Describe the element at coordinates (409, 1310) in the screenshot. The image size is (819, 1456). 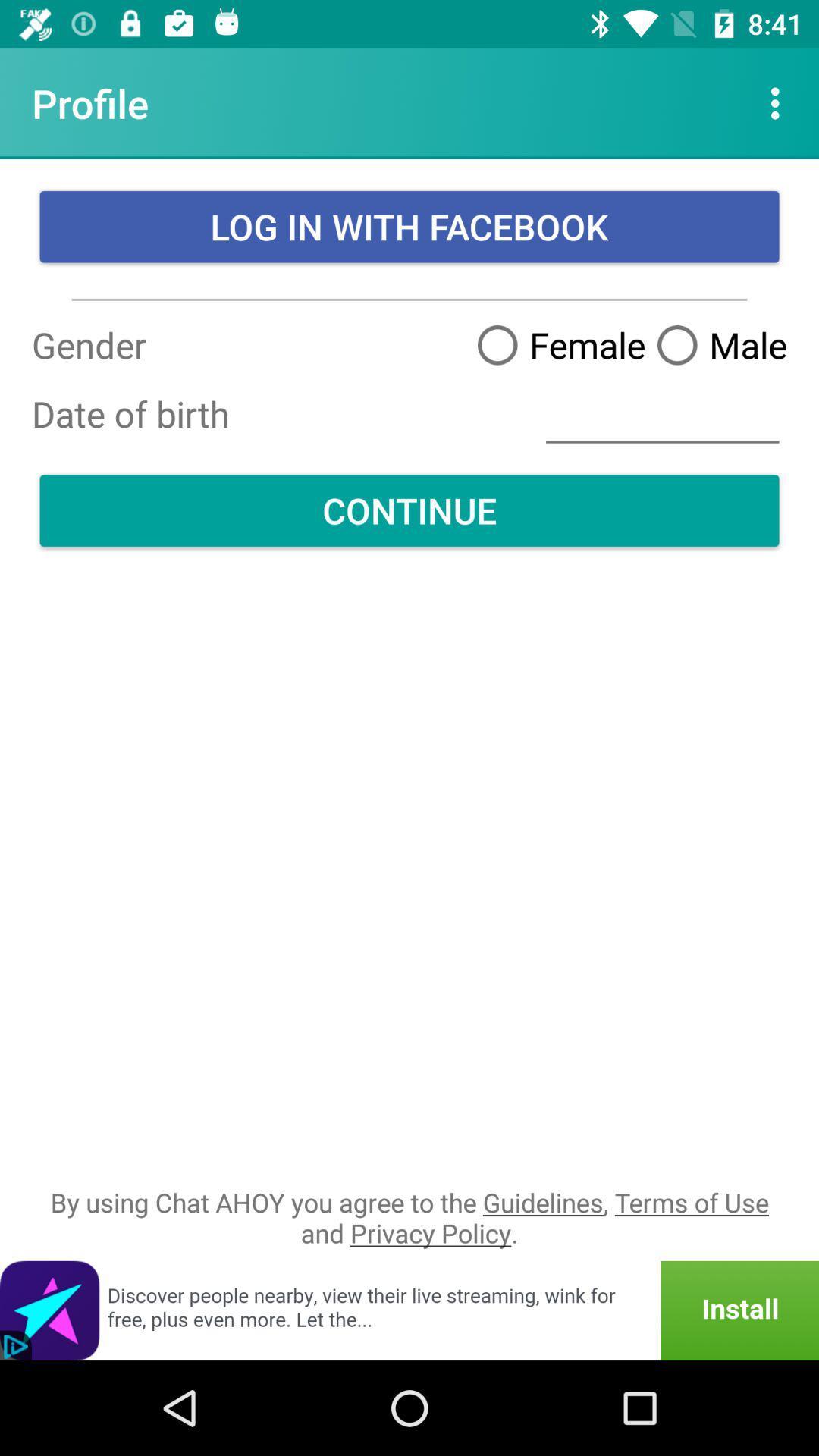
I see `item below by using chat icon` at that location.